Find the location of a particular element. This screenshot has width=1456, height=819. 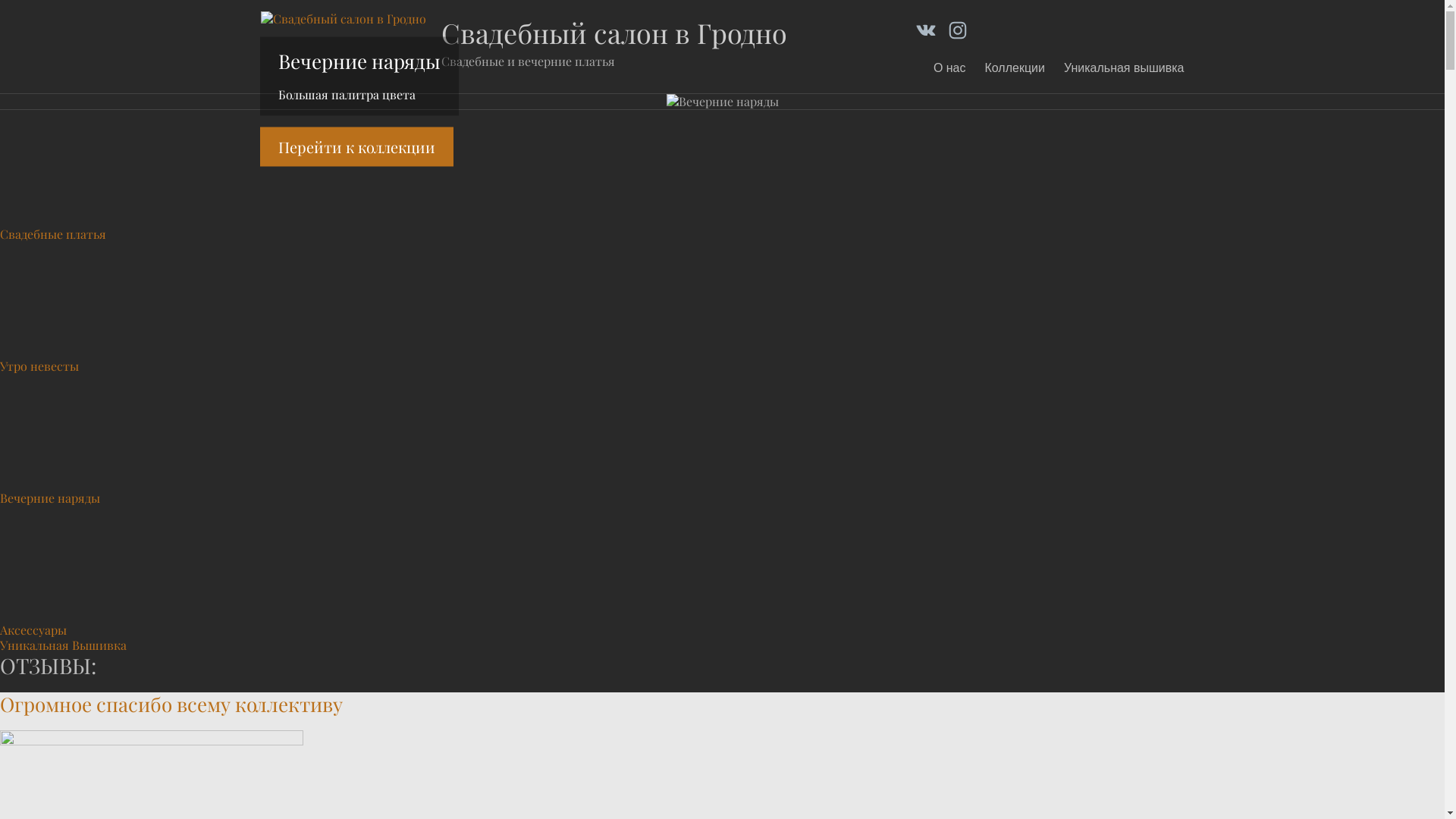

'VK' is located at coordinates (924, 30).